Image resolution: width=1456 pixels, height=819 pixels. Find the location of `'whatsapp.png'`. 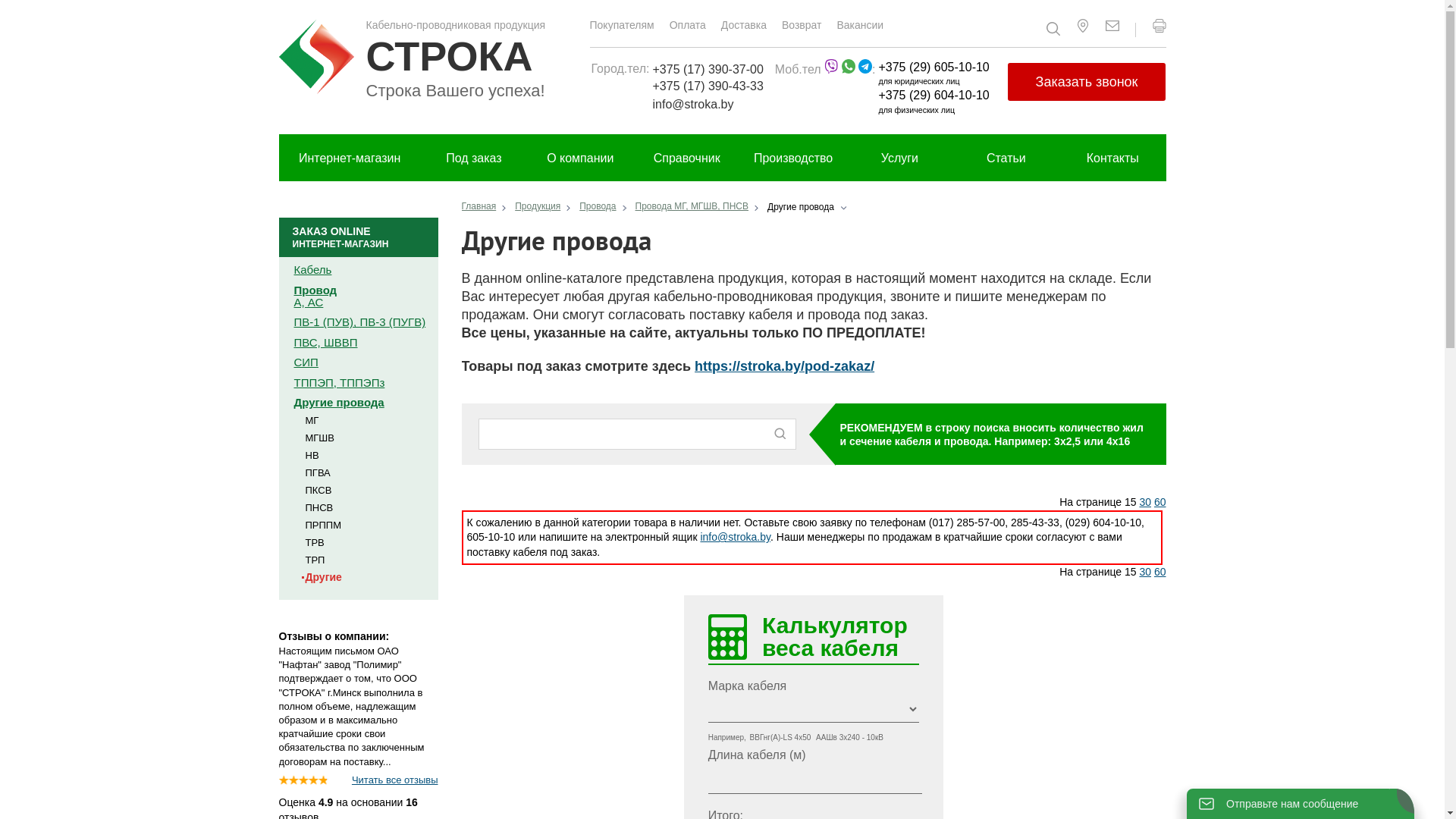

'whatsapp.png' is located at coordinates (847, 65).